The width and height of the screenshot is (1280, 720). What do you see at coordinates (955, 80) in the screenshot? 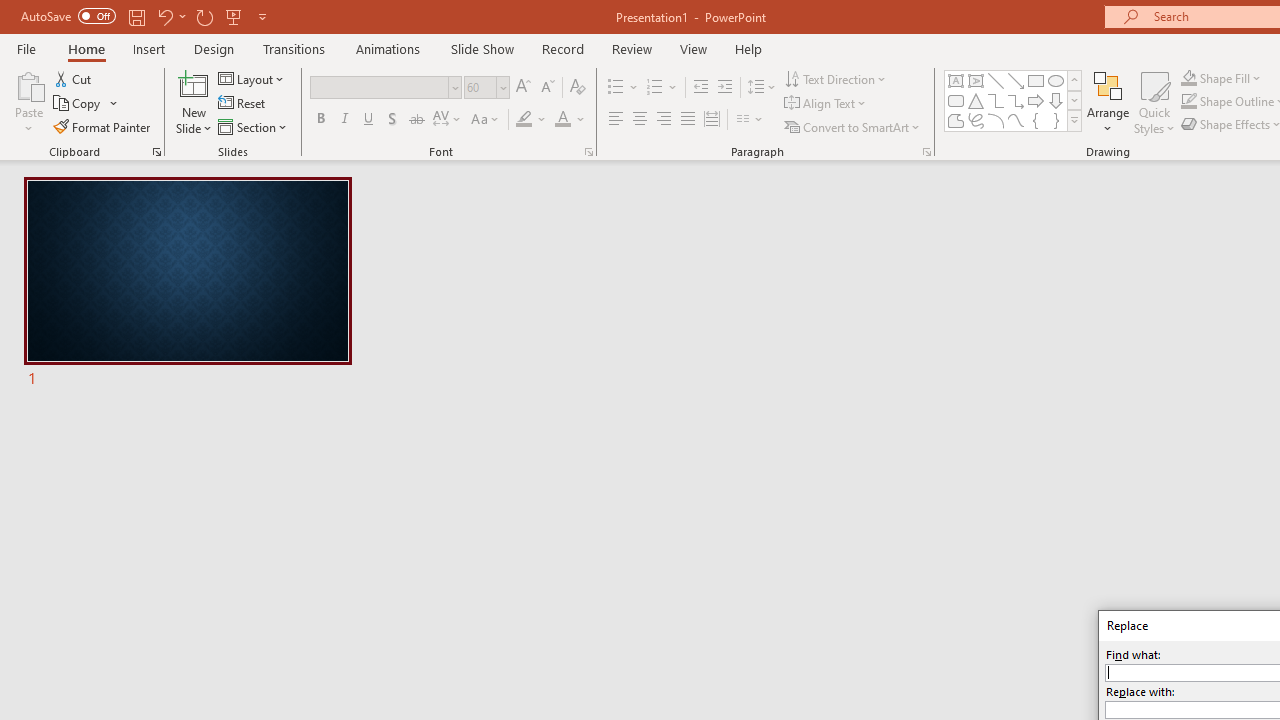
I see `'Text Box'` at bounding box center [955, 80].